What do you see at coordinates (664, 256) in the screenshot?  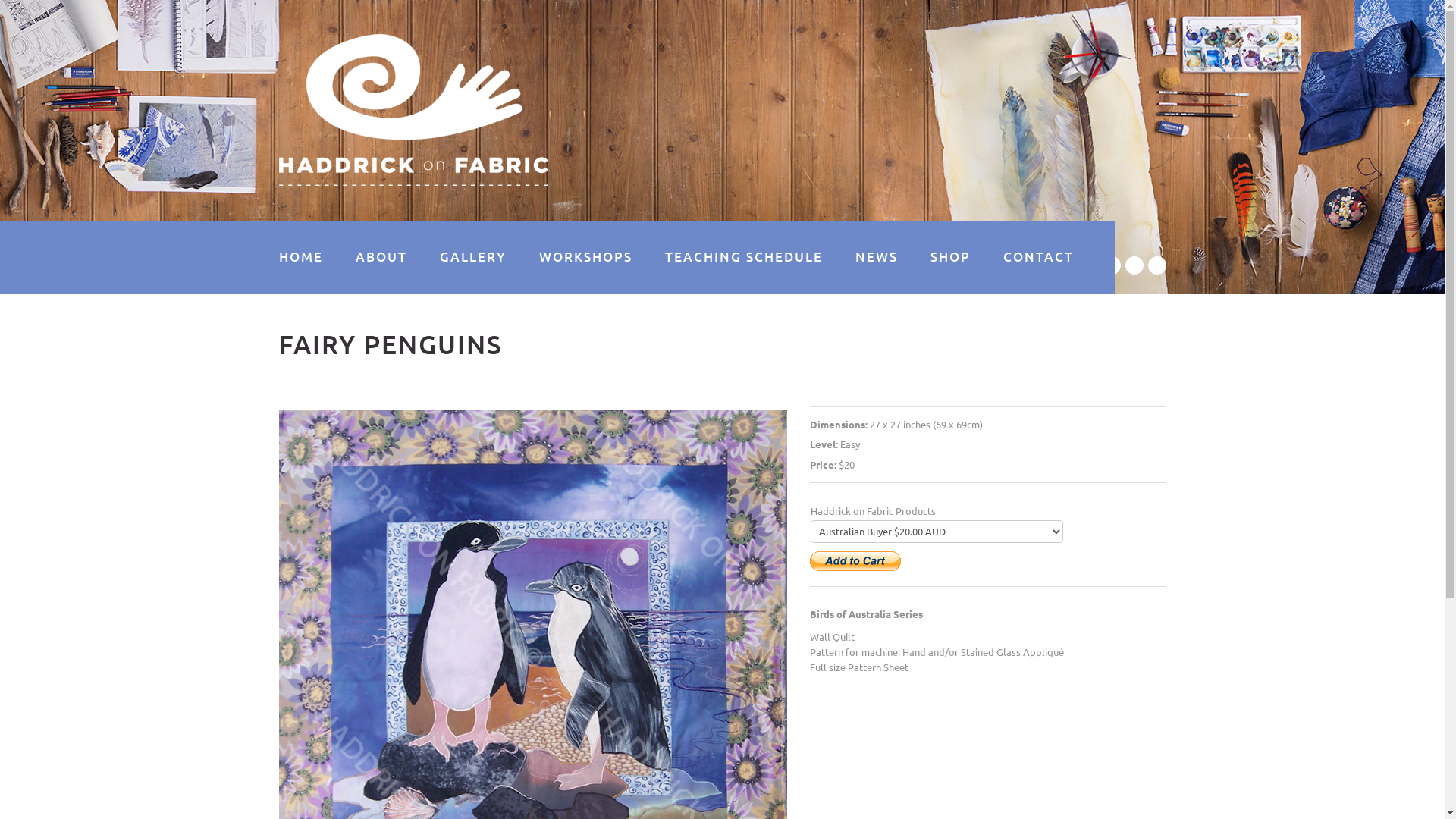 I see `'TEACHING SCHEDULE'` at bounding box center [664, 256].